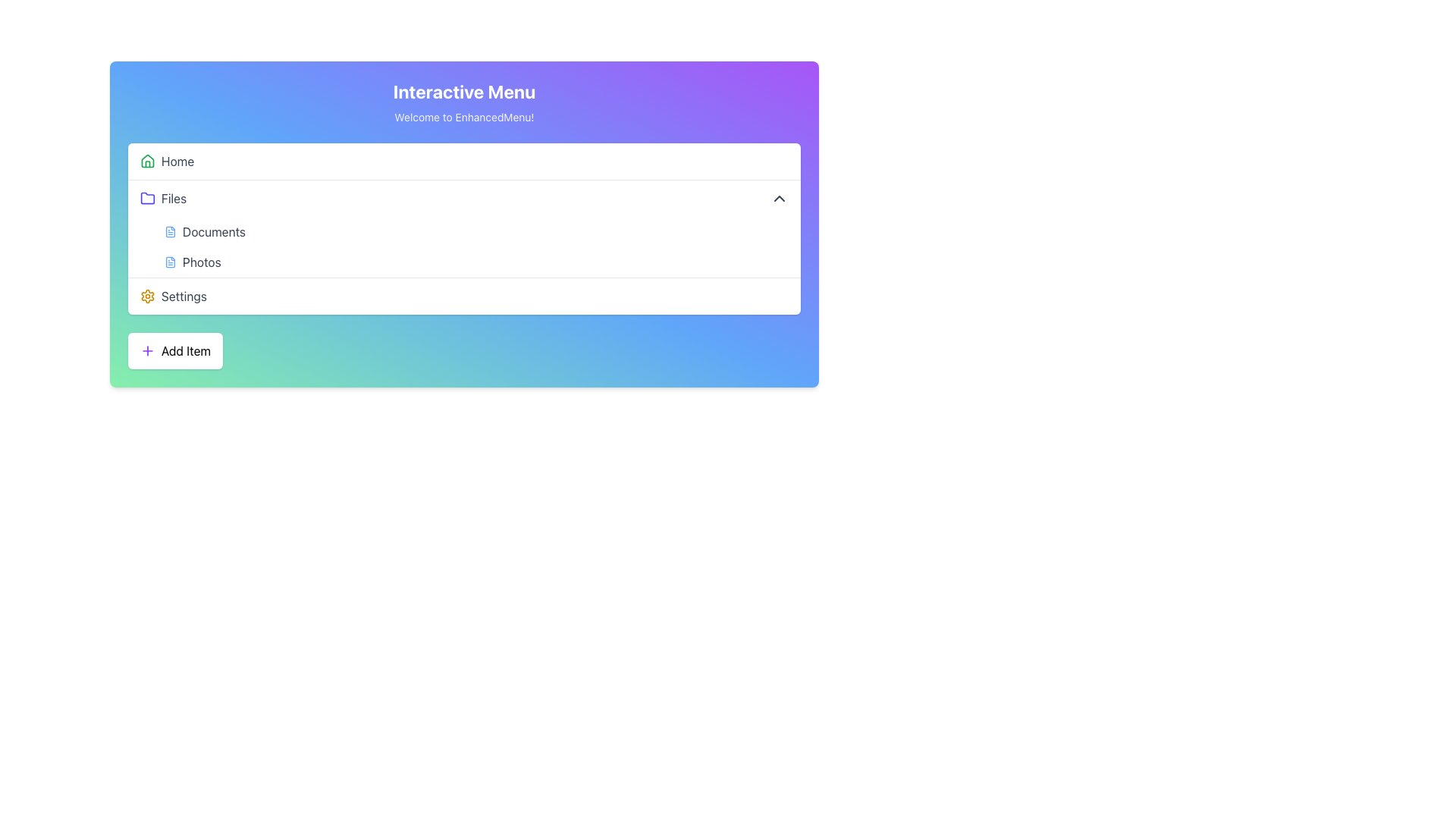  Describe the element at coordinates (148, 161) in the screenshot. I see `the 'Home' icon located at the far left of the 'Home' menu option in the sidebar, which visually indicates the menu's purpose` at that location.